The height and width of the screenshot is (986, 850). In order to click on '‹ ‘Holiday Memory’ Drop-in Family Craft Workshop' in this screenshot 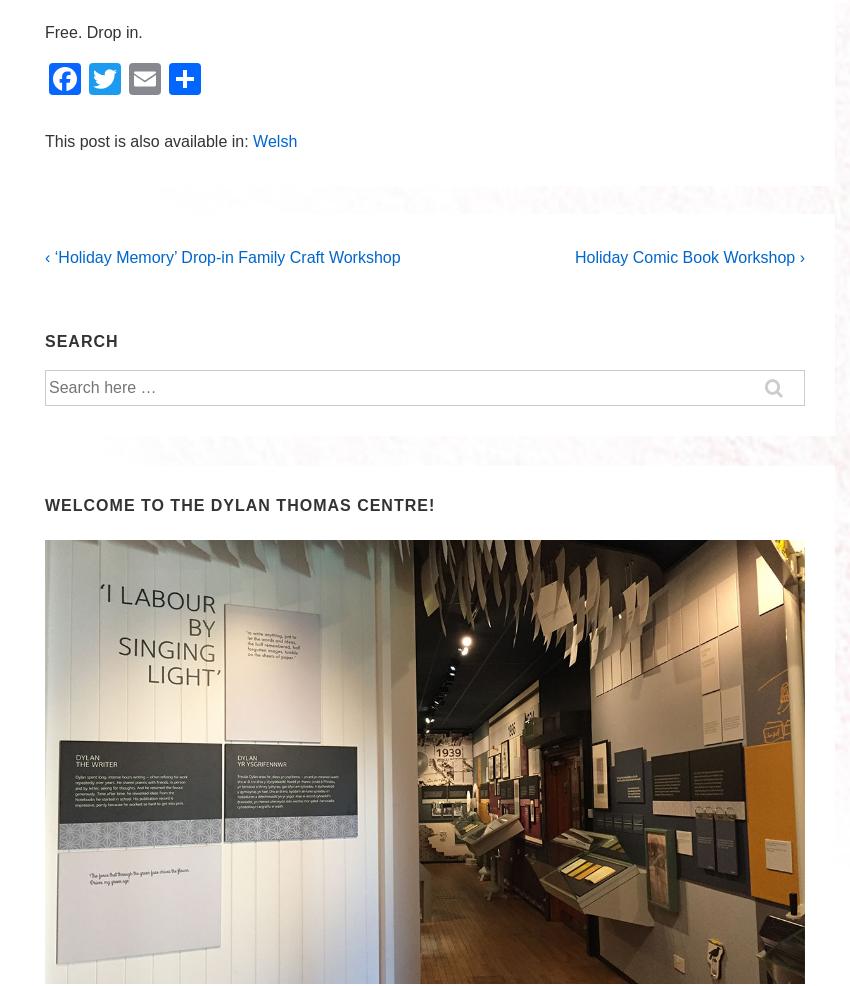, I will do `click(222, 256)`.